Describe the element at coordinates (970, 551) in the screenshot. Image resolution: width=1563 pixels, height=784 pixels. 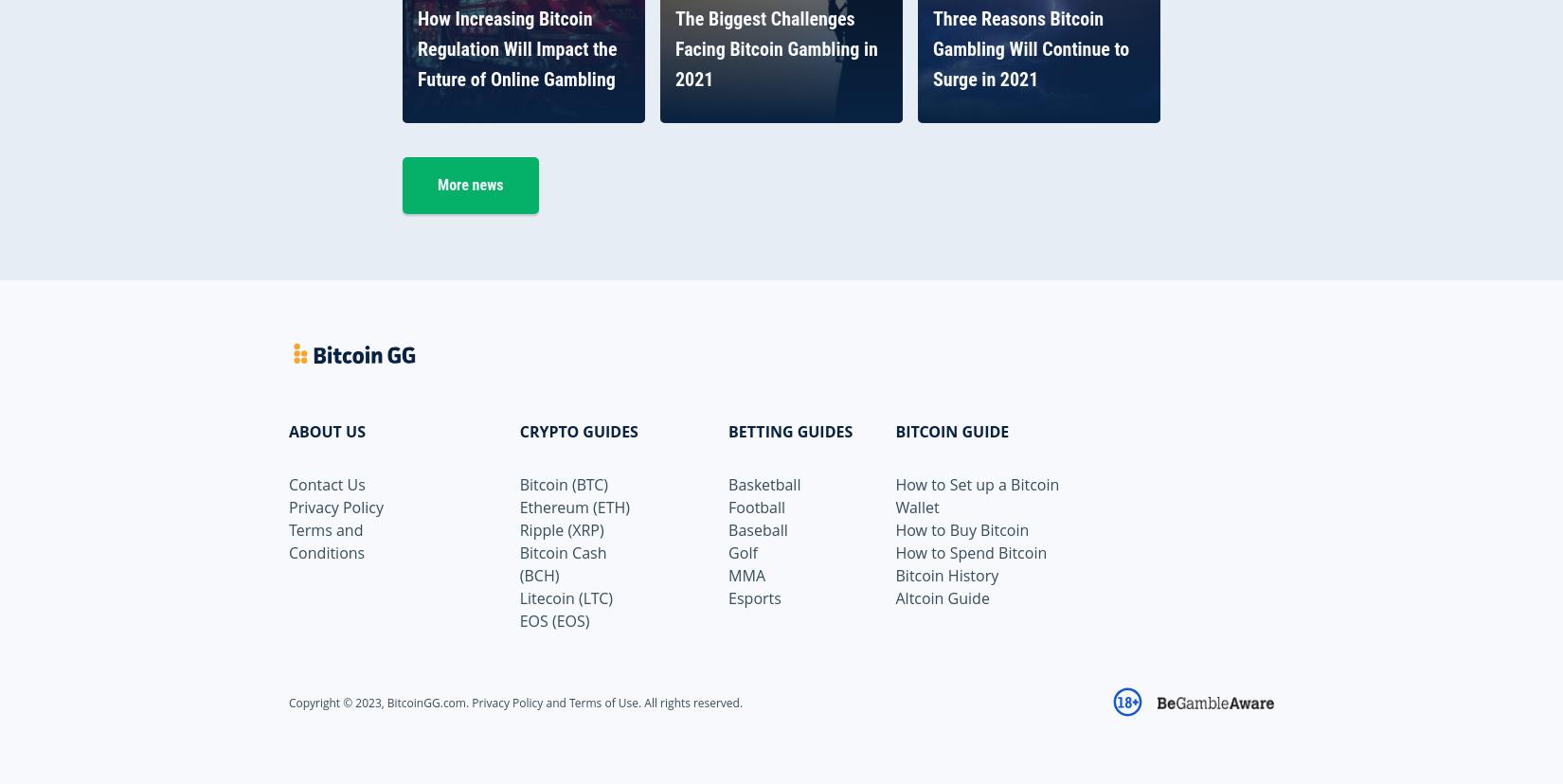
I see `'How to Spend Bitcoin'` at that location.